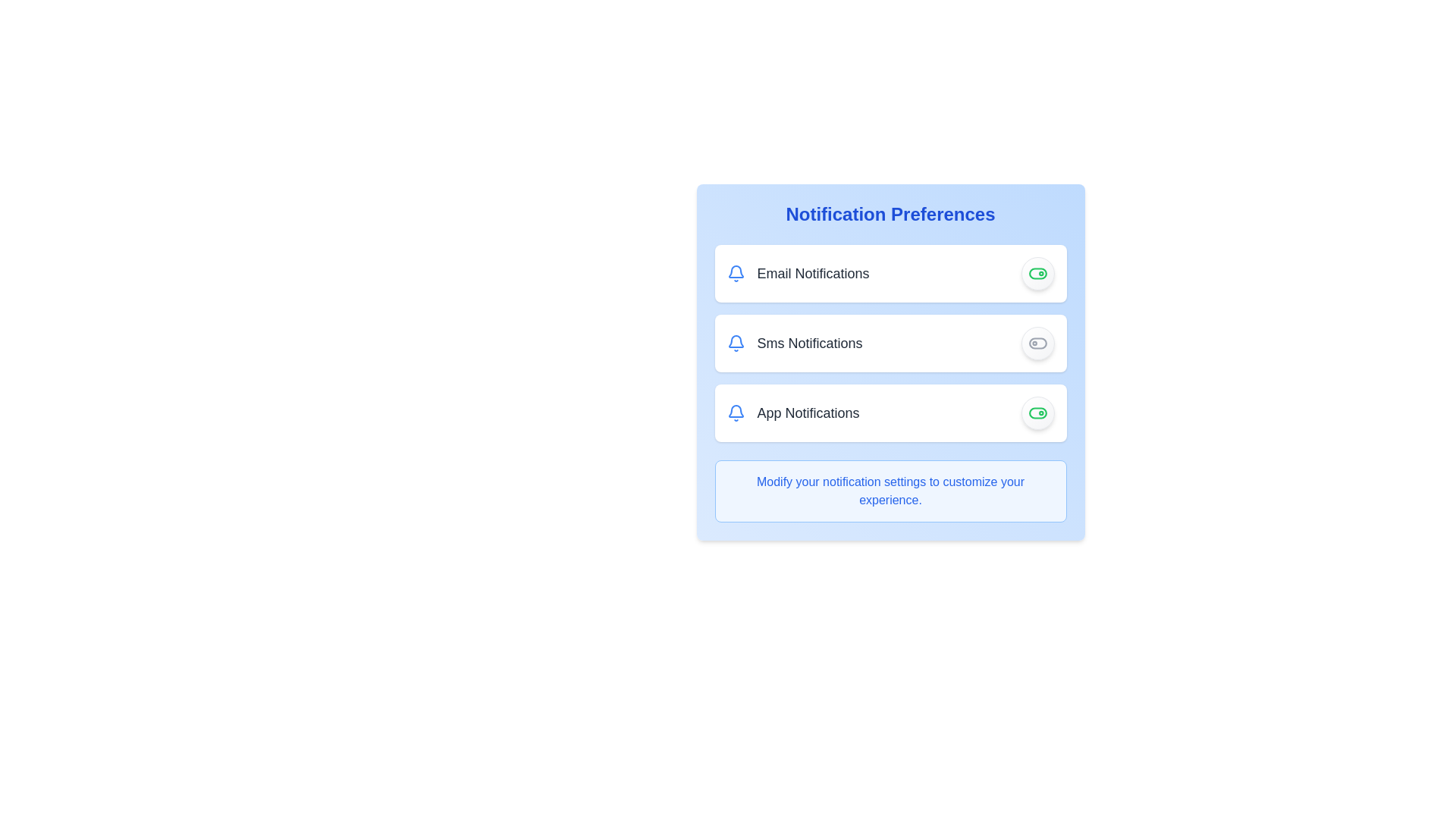  I want to click on label displaying 'Email Notifications' which is part of the Notification Preferences section, located between a notification bell icon and a toggle switch, so click(812, 274).